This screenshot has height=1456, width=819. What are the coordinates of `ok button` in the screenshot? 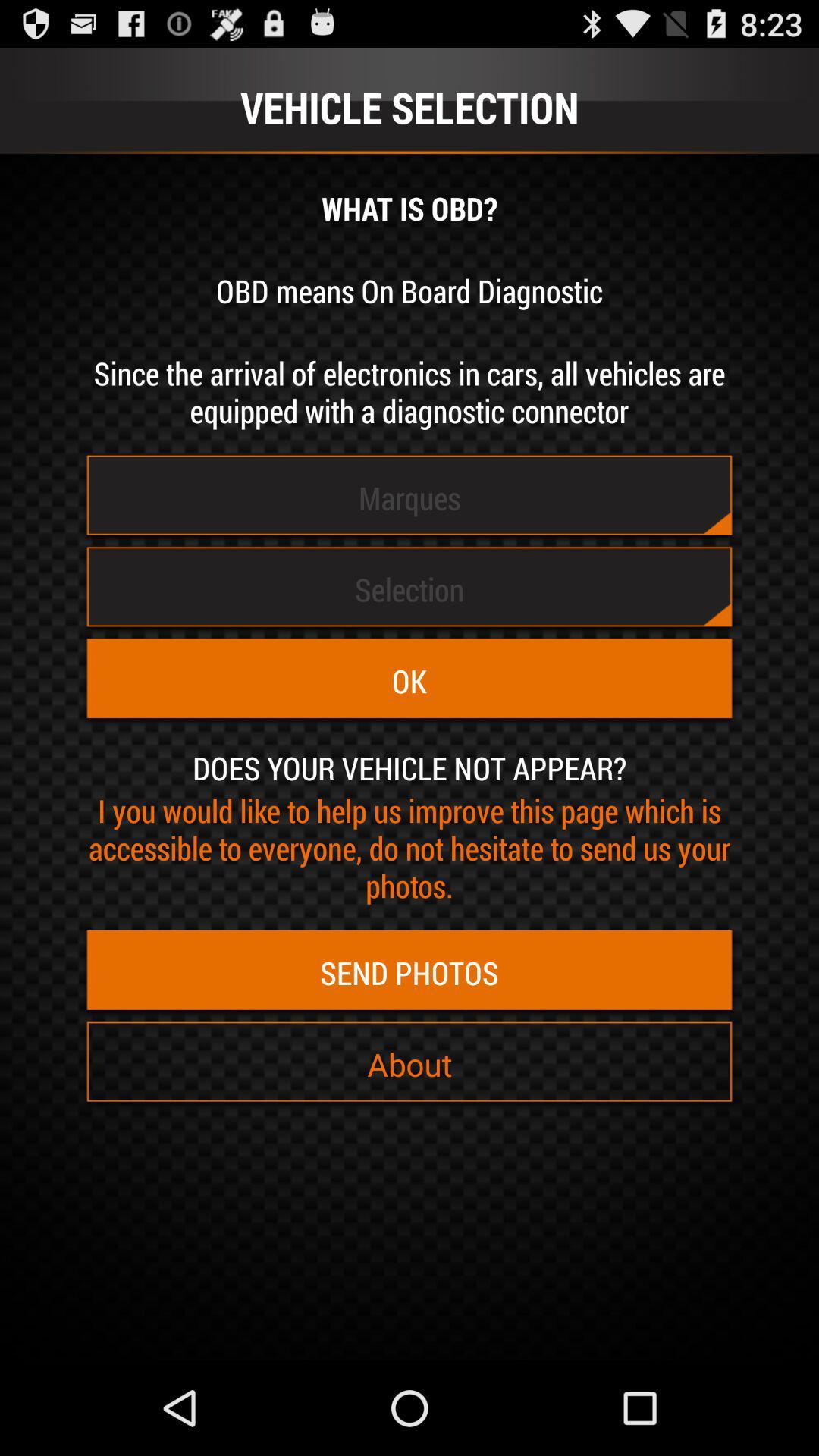 It's located at (409, 680).